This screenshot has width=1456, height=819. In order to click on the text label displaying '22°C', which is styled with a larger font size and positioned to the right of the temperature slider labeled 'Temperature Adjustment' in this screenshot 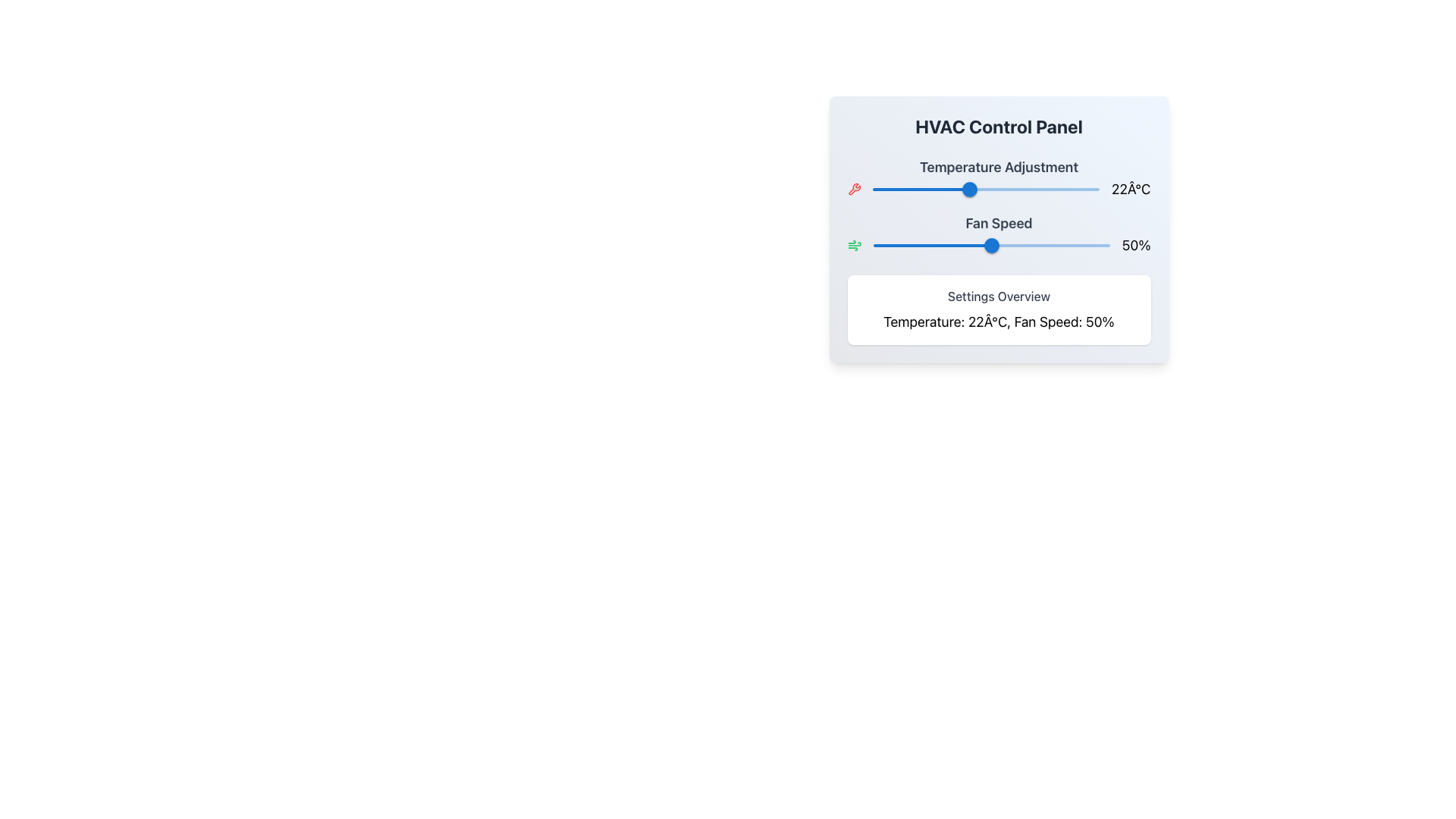, I will do `click(1131, 189)`.